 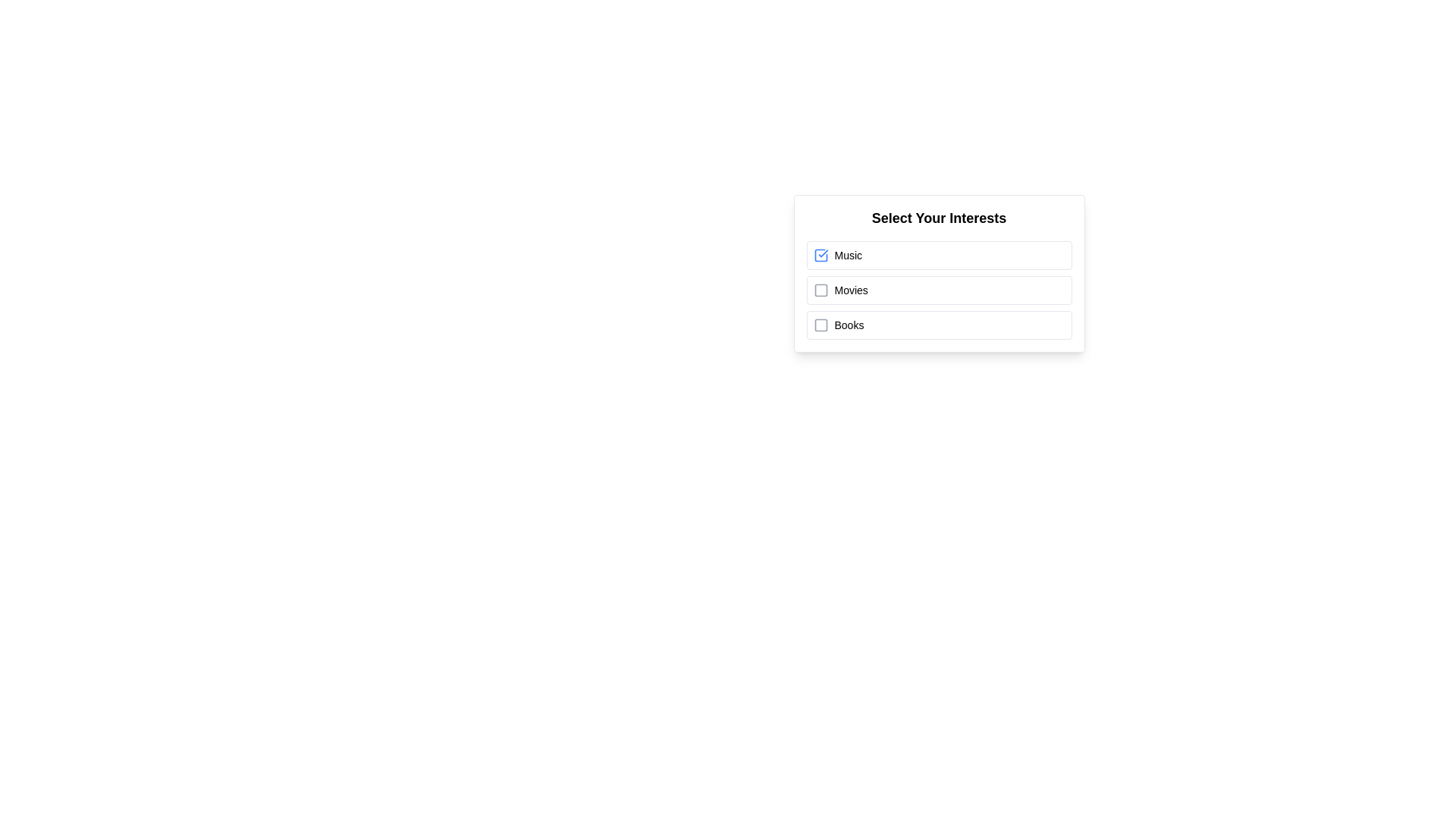 I want to click on the checkbox labeled 'Books', so click(x=938, y=324).